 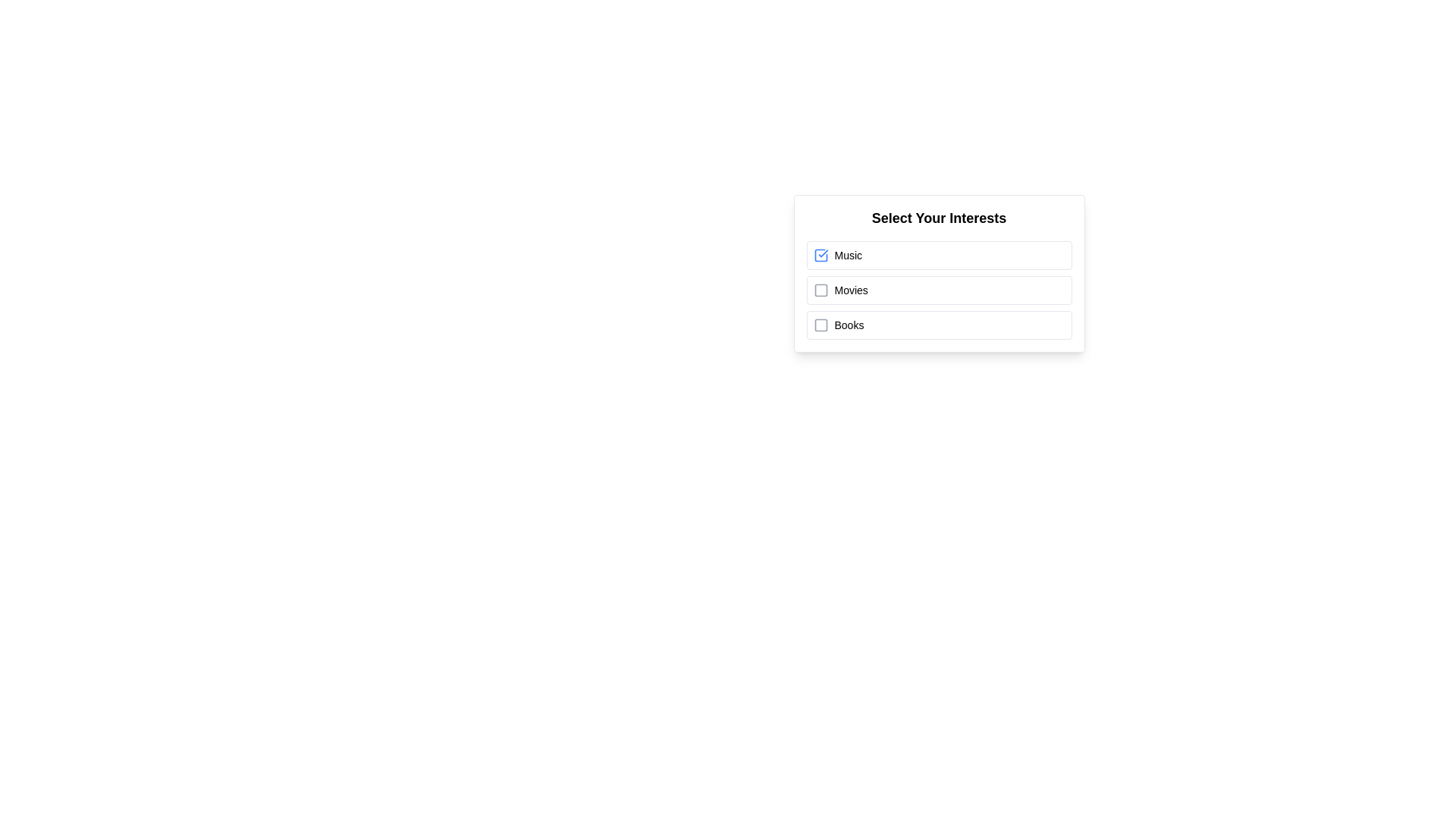 I want to click on the checkbox labeled 'Books', so click(x=938, y=324).